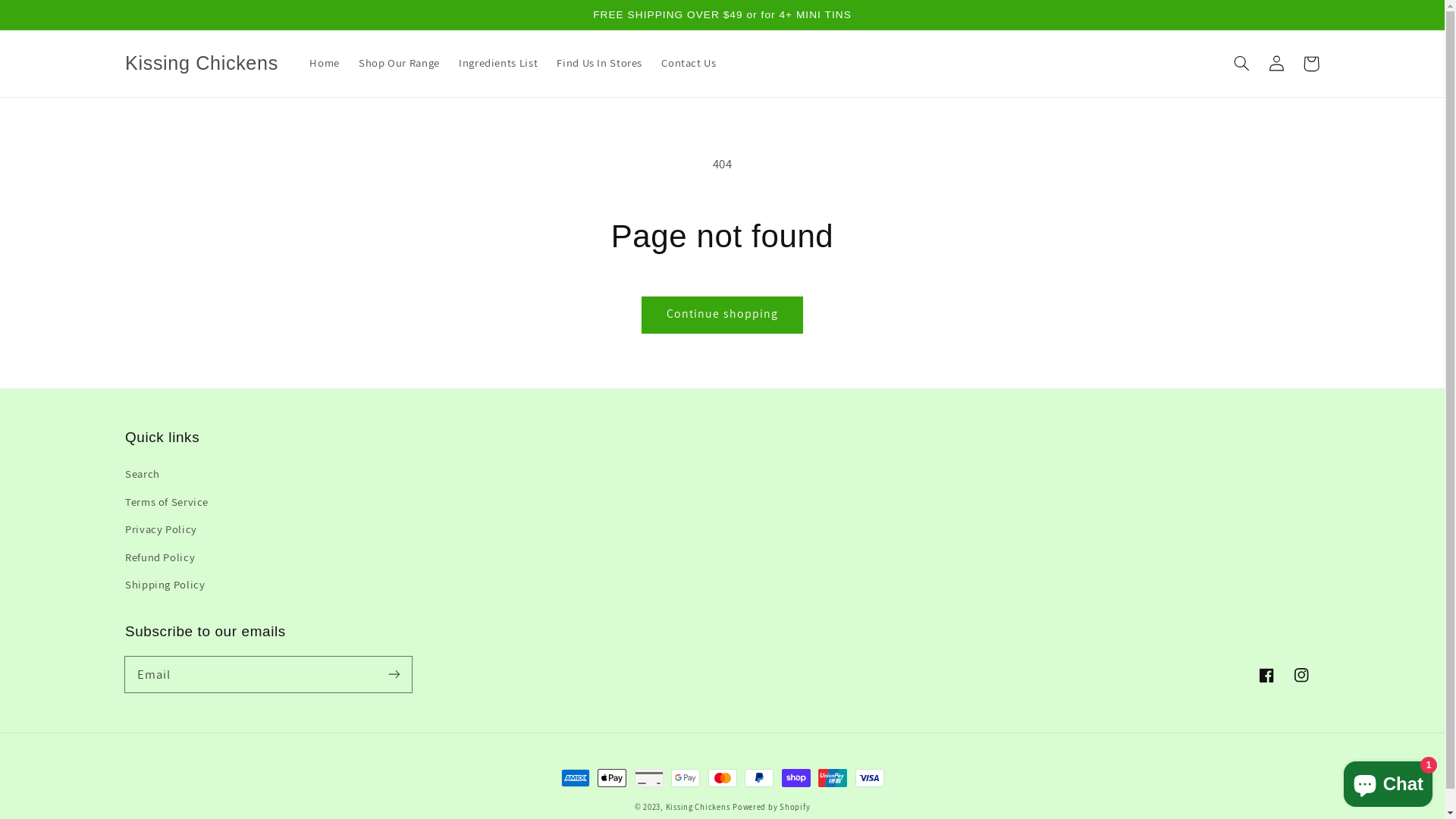 The width and height of the screenshot is (1456, 819). What do you see at coordinates (399, 63) in the screenshot?
I see `'Shop Our Range'` at bounding box center [399, 63].